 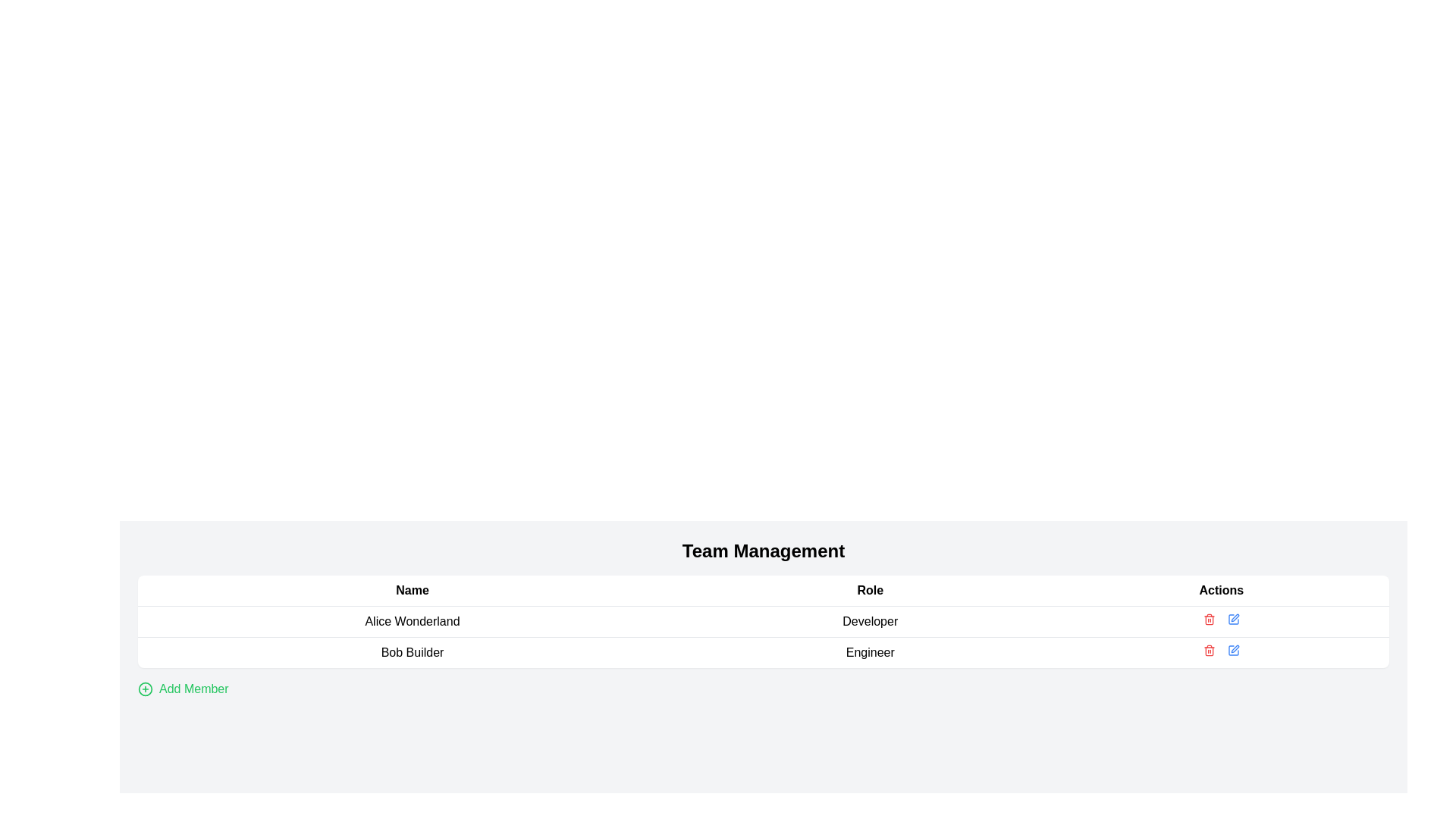 I want to click on the Icon button located below the 'Actions' header in the row for 'Alice Wonderland', so click(x=1233, y=620).